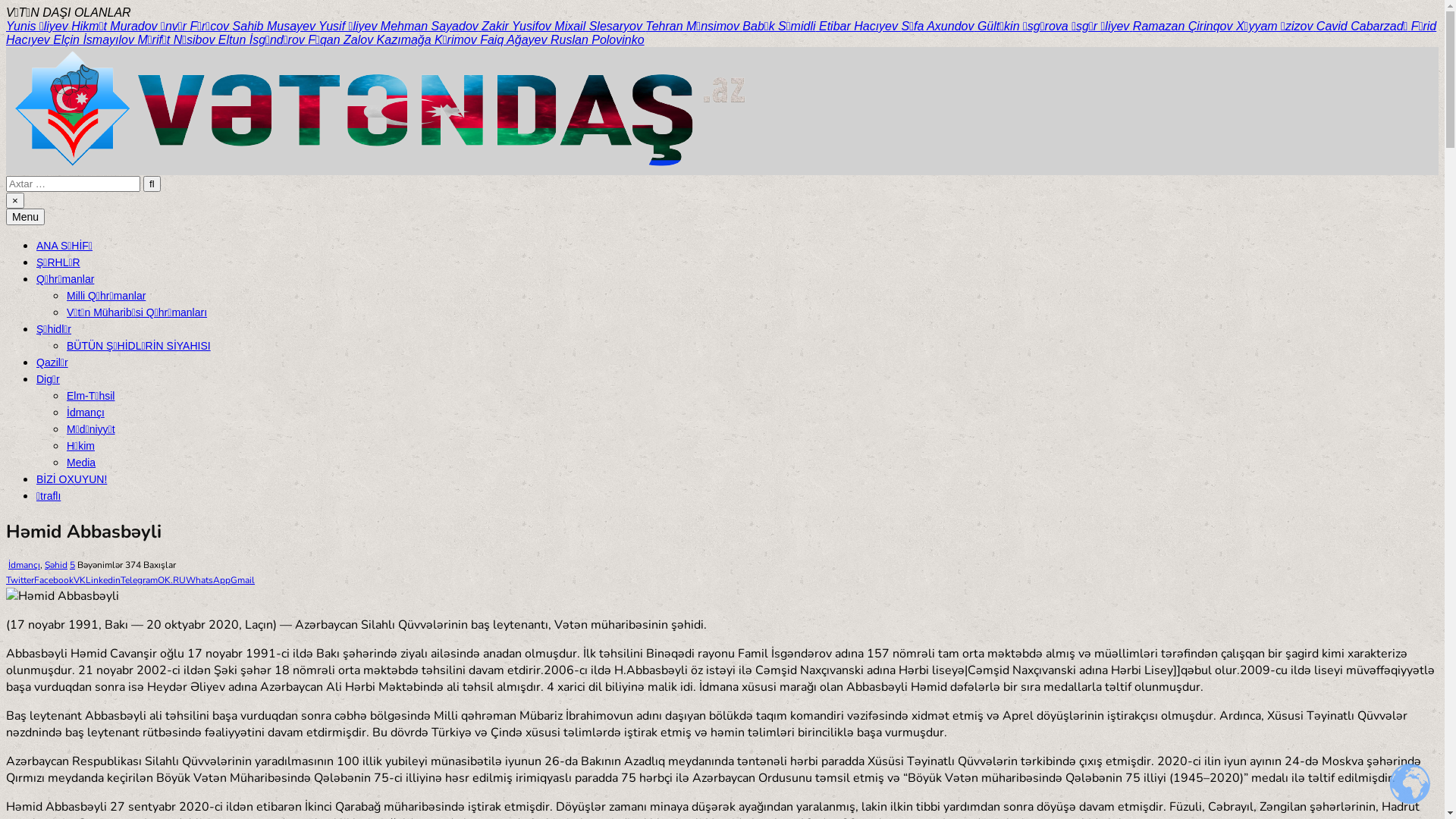  What do you see at coordinates (54, 579) in the screenshot?
I see `'Facebook'` at bounding box center [54, 579].